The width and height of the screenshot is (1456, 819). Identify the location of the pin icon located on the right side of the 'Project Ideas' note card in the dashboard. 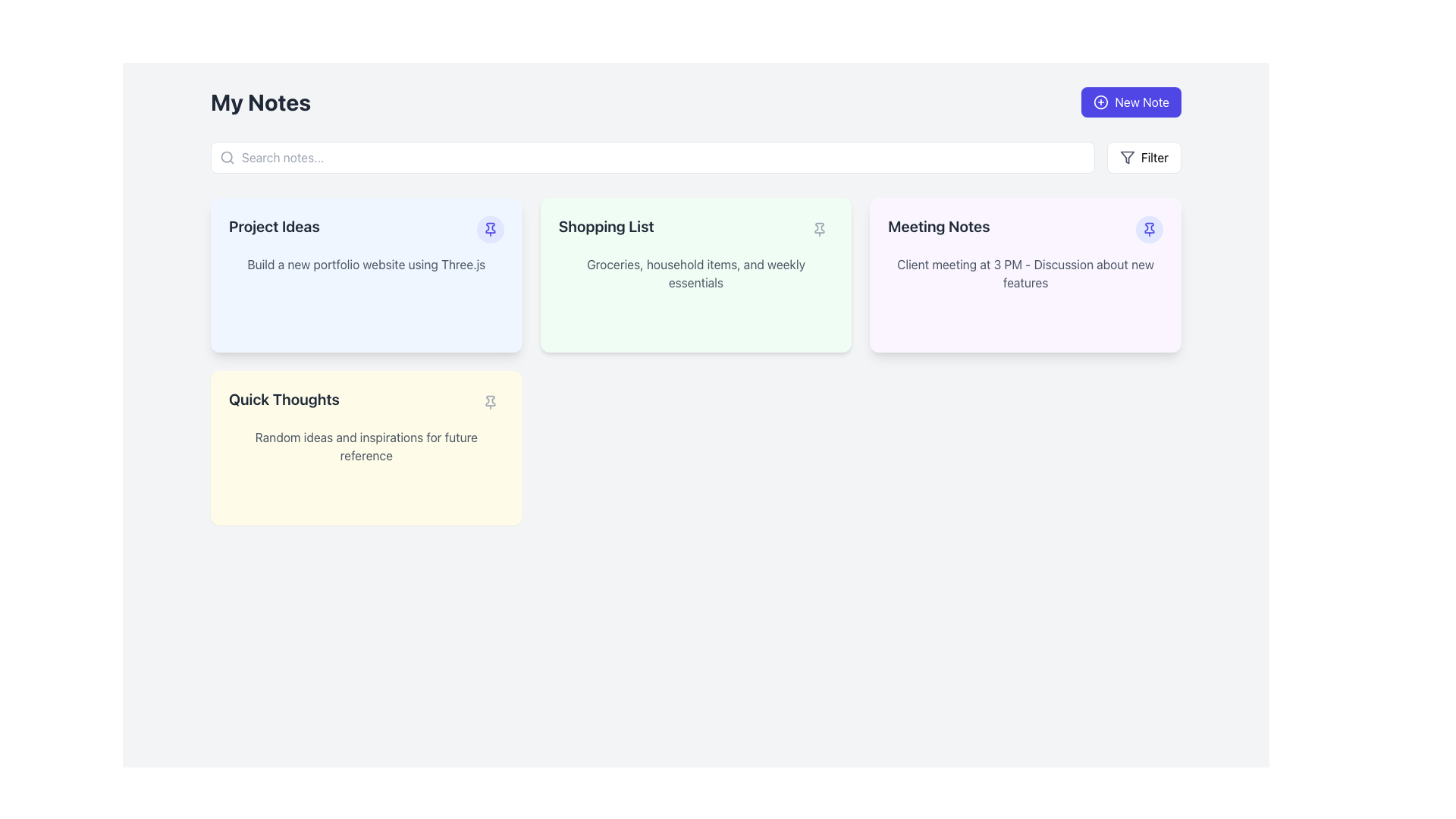
(1150, 230).